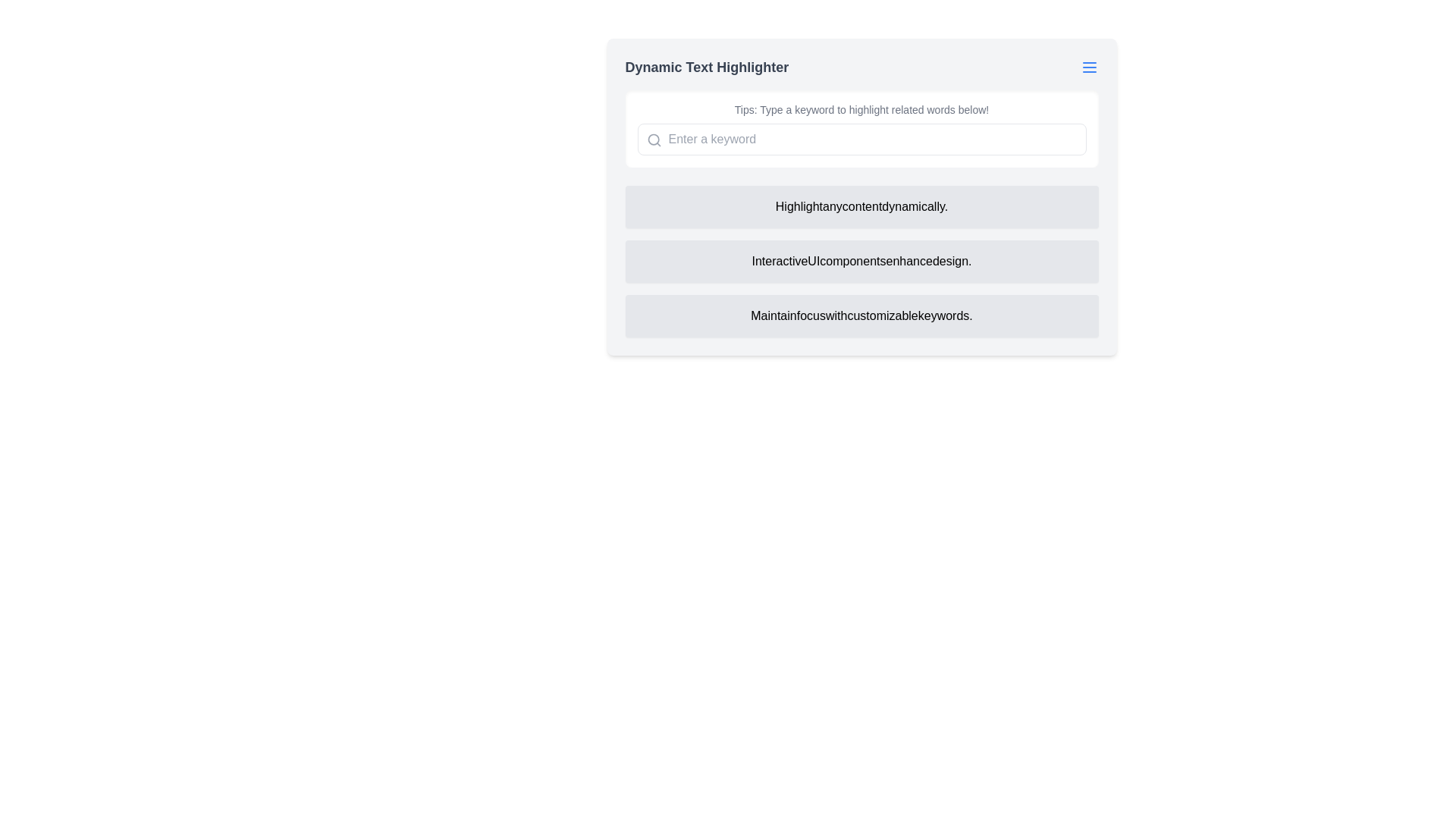  What do you see at coordinates (813, 260) in the screenshot?
I see `the static plain text element that follows 'Interactive' and precedes 'components' in the interface's description, located on the second row of three rows` at bounding box center [813, 260].